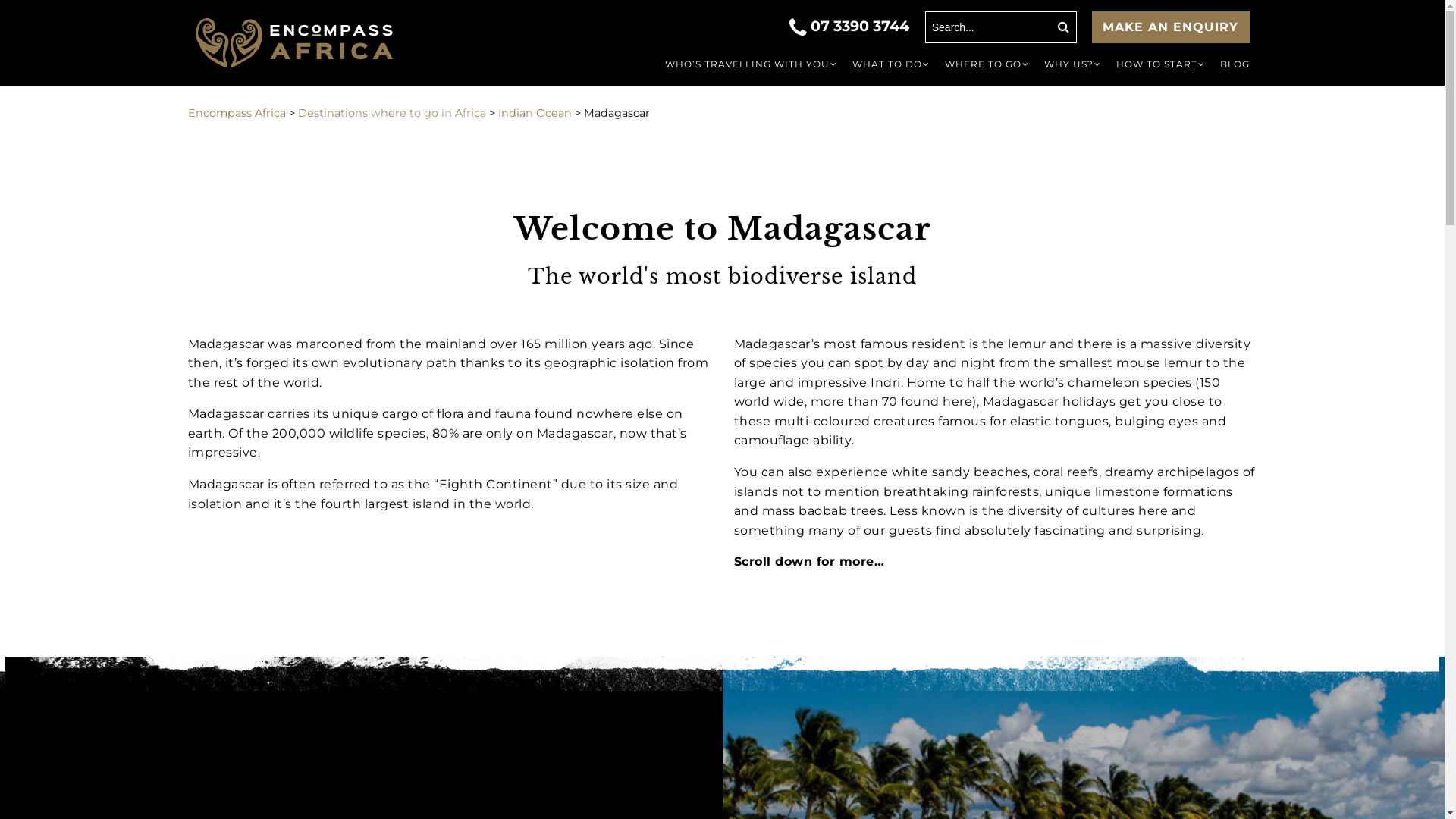 The image size is (1456, 819). Describe the element at coordinates (851, 26) in the screenshot. I see `'07 3390 3744'` at that location.